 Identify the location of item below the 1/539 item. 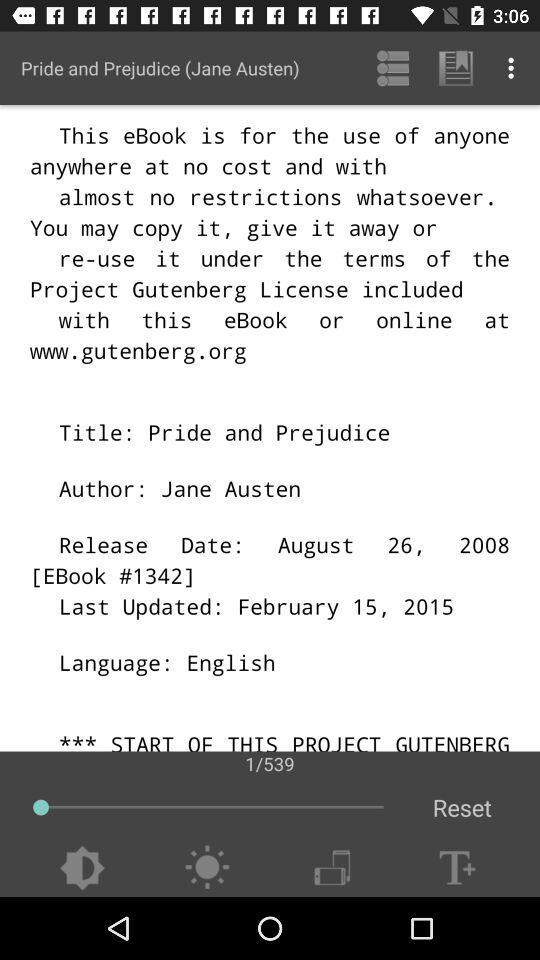
(462, 807).